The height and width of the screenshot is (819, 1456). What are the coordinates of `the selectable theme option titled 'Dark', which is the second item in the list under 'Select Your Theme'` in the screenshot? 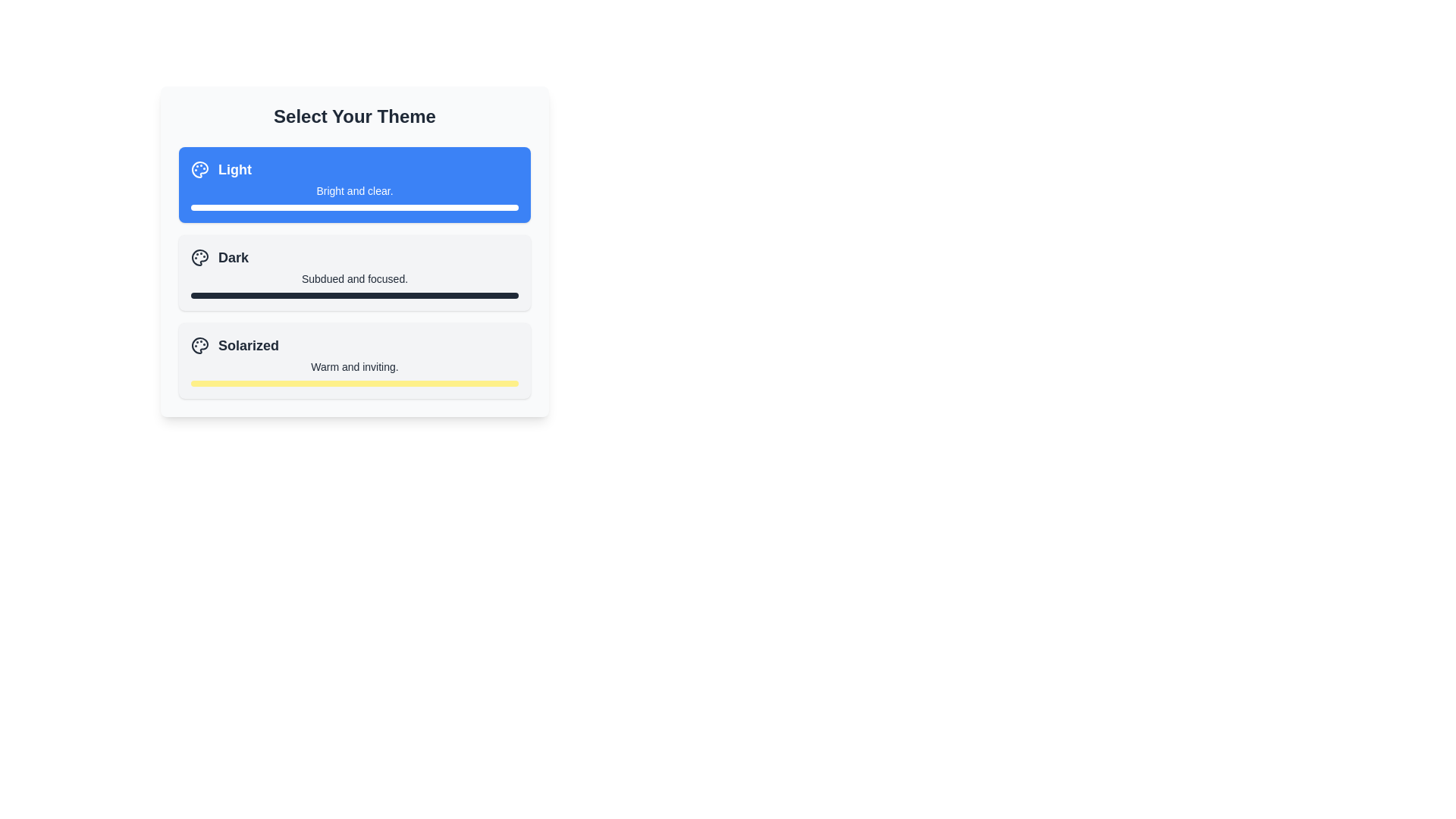 It's located at (353, 256).